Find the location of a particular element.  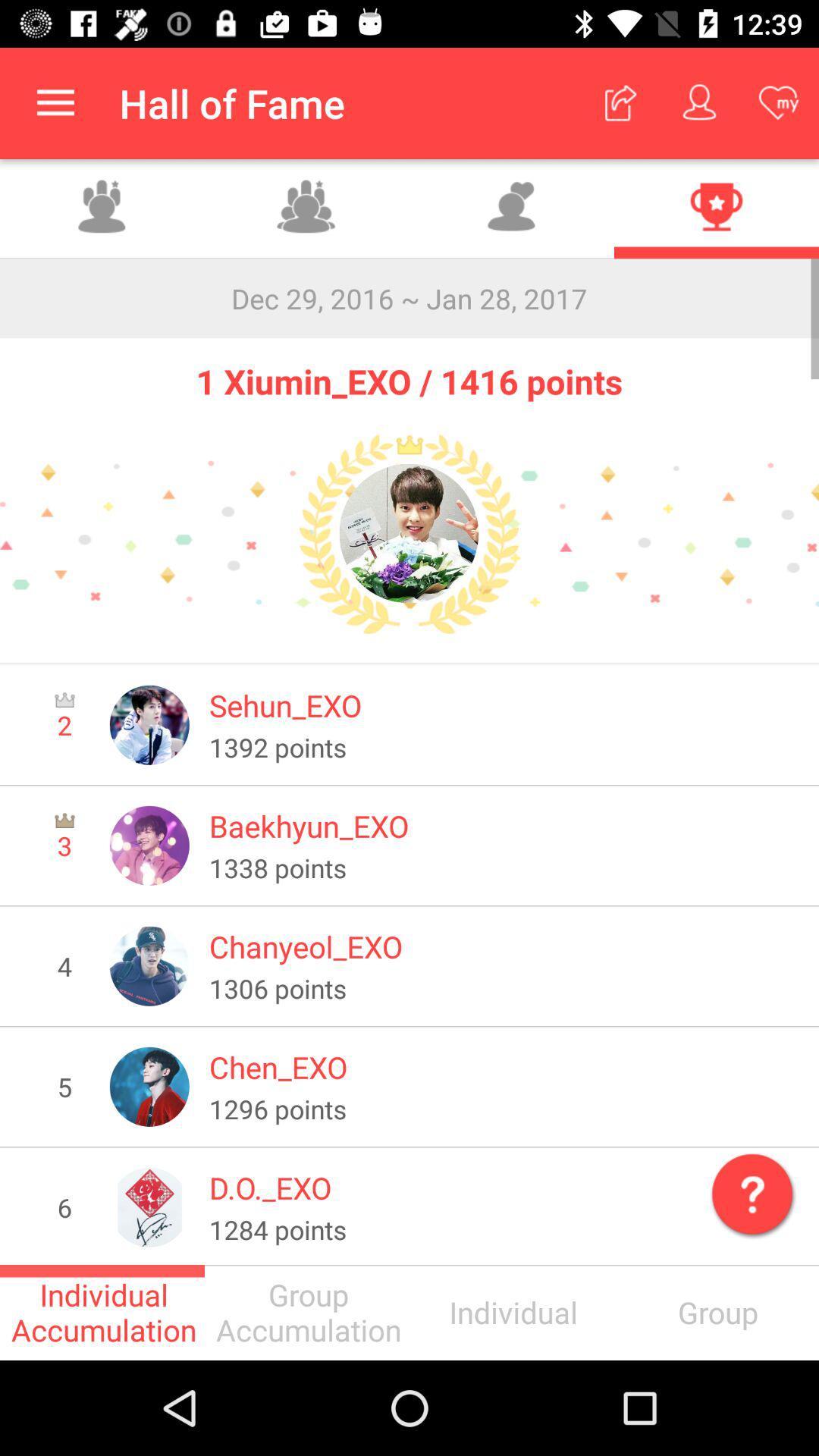

idol rankings is located at coordinates (717, 208).